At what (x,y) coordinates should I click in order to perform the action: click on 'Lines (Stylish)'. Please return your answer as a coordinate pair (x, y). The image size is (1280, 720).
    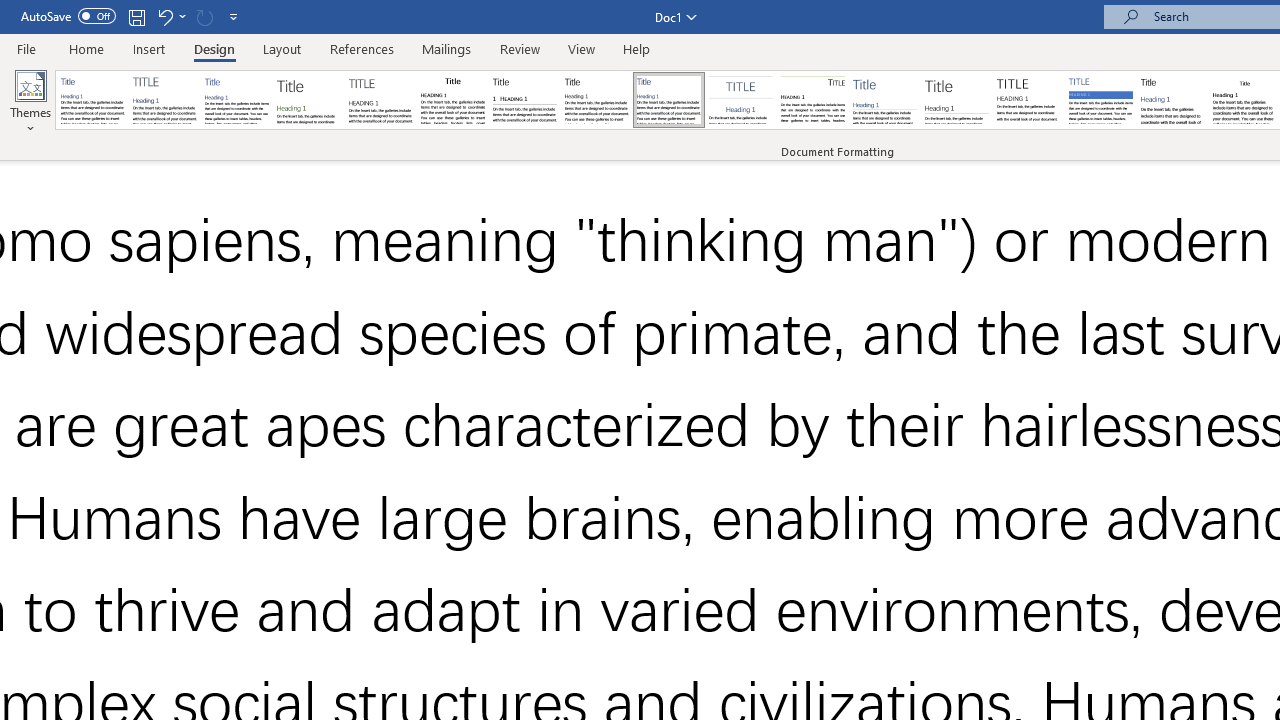
    Looking at the image, I should click on (956, 100).